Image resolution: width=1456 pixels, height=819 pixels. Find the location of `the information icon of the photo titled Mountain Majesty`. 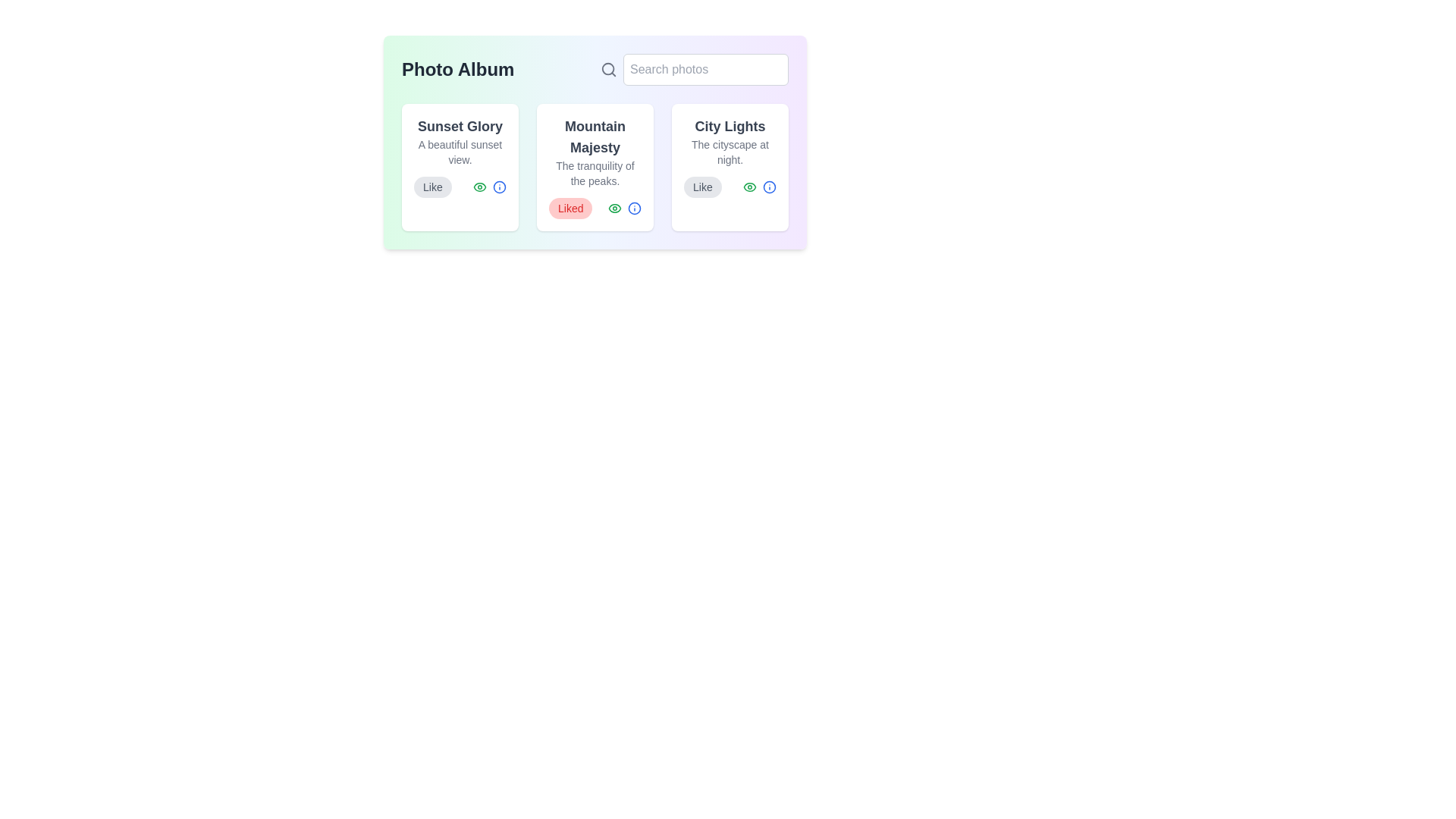

the information icon of the photo titled Mountain Majesty is located at coordinates (634, 208).